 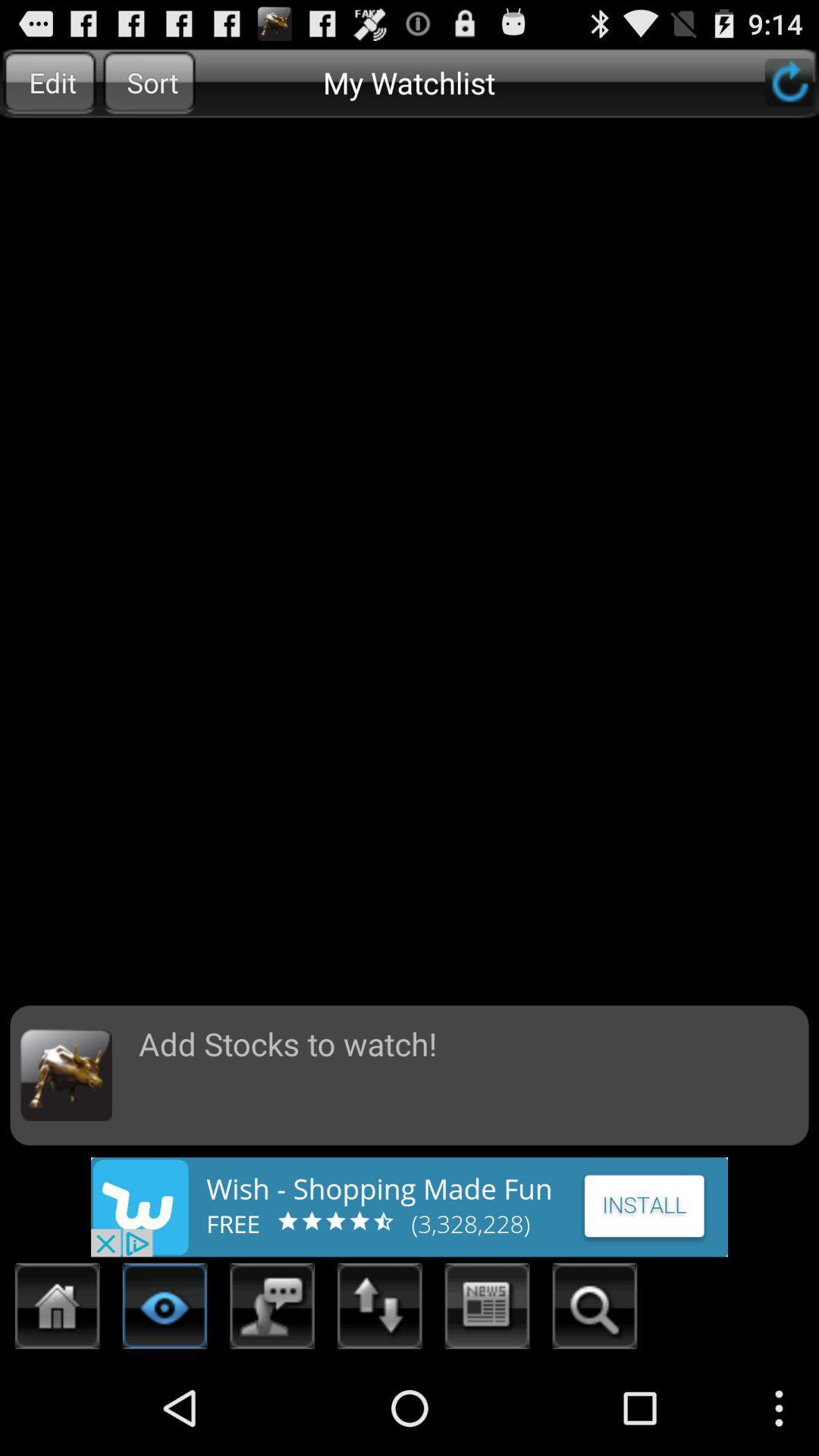 What do you see at coordinates (788, 81) in the screenshot?
I see `refresh the page` at bounding box center [788, 81].